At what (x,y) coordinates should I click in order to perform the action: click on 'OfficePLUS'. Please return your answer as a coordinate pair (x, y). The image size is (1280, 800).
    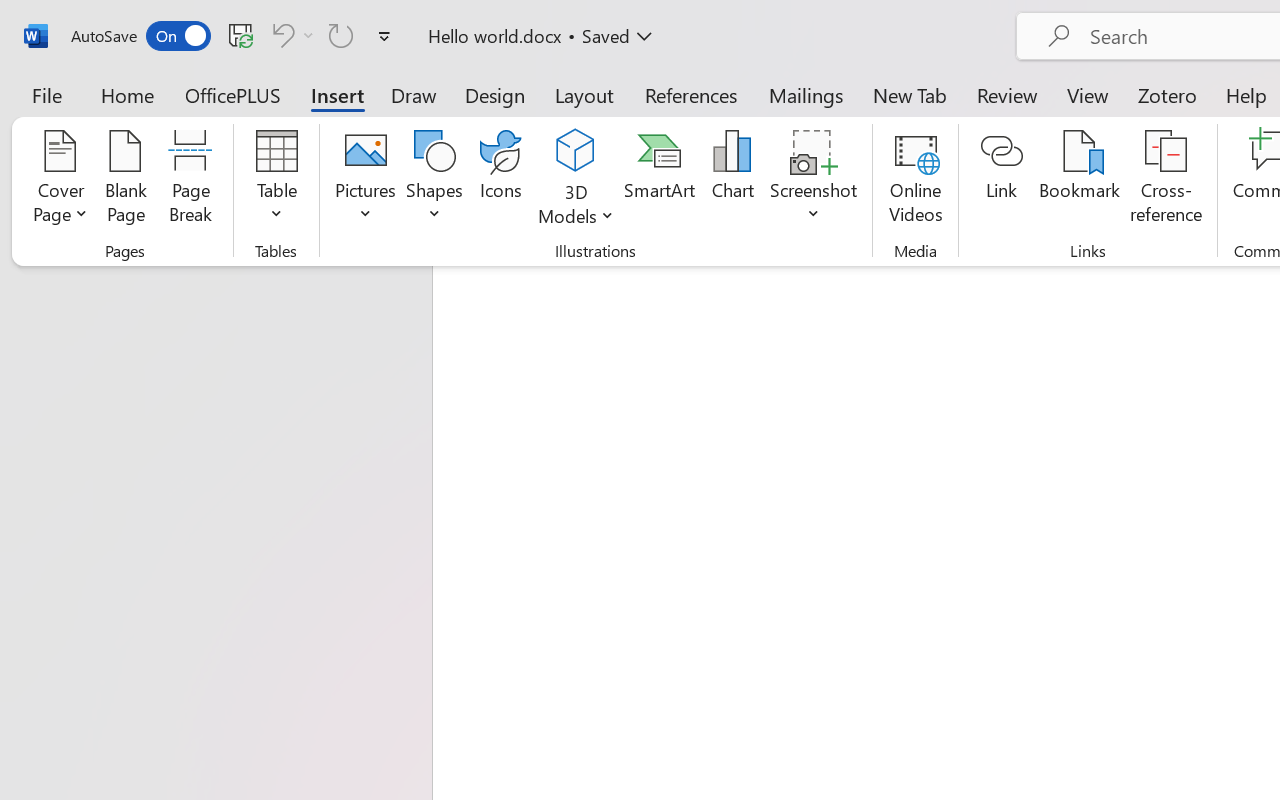
    Looking at the image, I should click on (233, 94).